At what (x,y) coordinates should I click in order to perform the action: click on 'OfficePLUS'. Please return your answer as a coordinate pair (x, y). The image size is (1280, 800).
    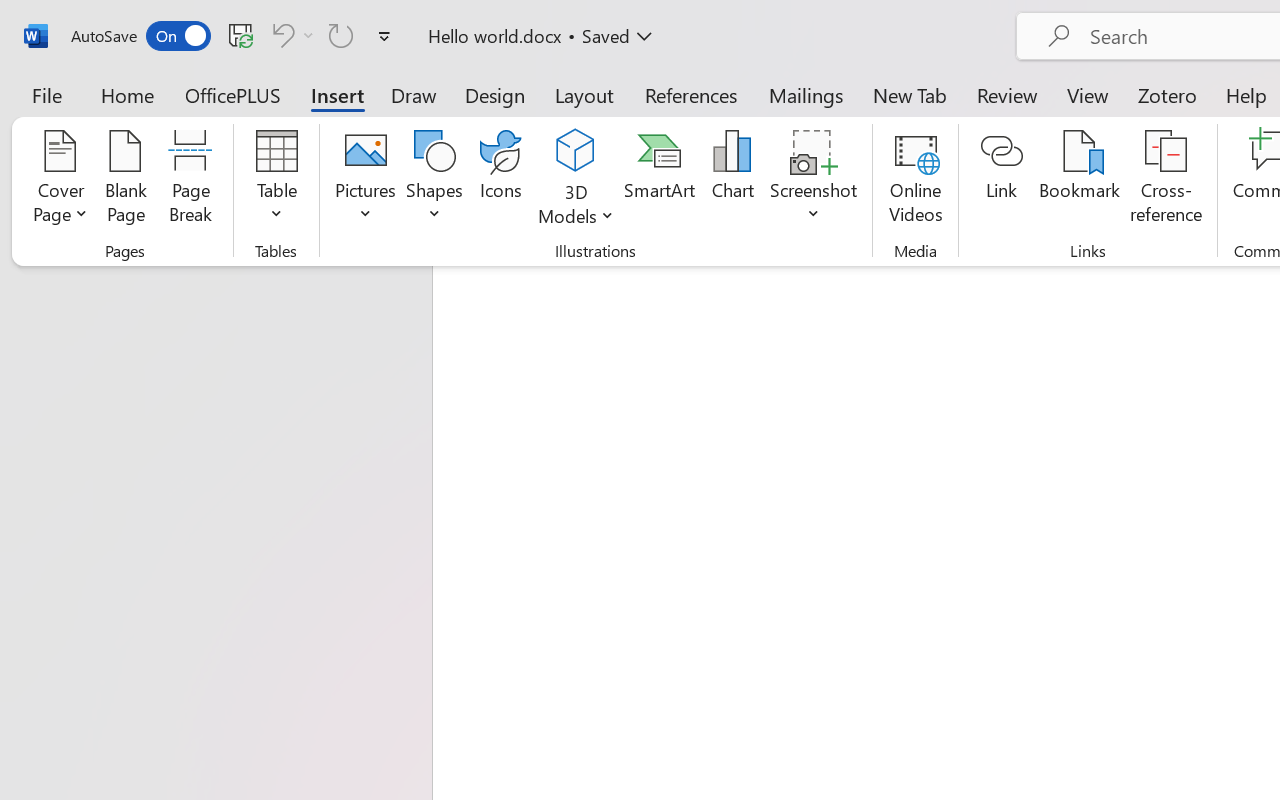
    Looking at the image, I should click on (233, 94).